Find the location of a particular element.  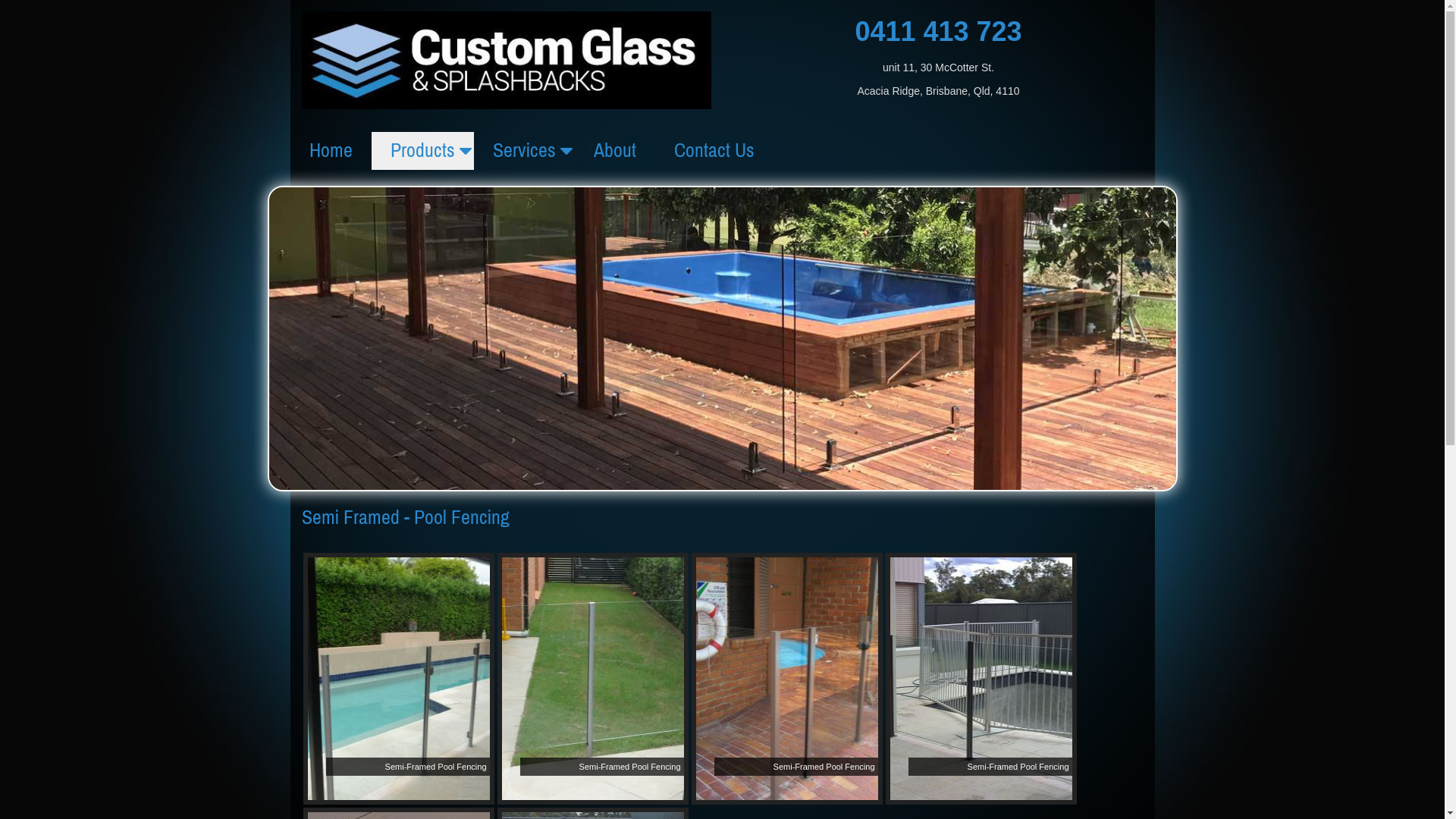

'Home' is located at coordinates (290, 151).